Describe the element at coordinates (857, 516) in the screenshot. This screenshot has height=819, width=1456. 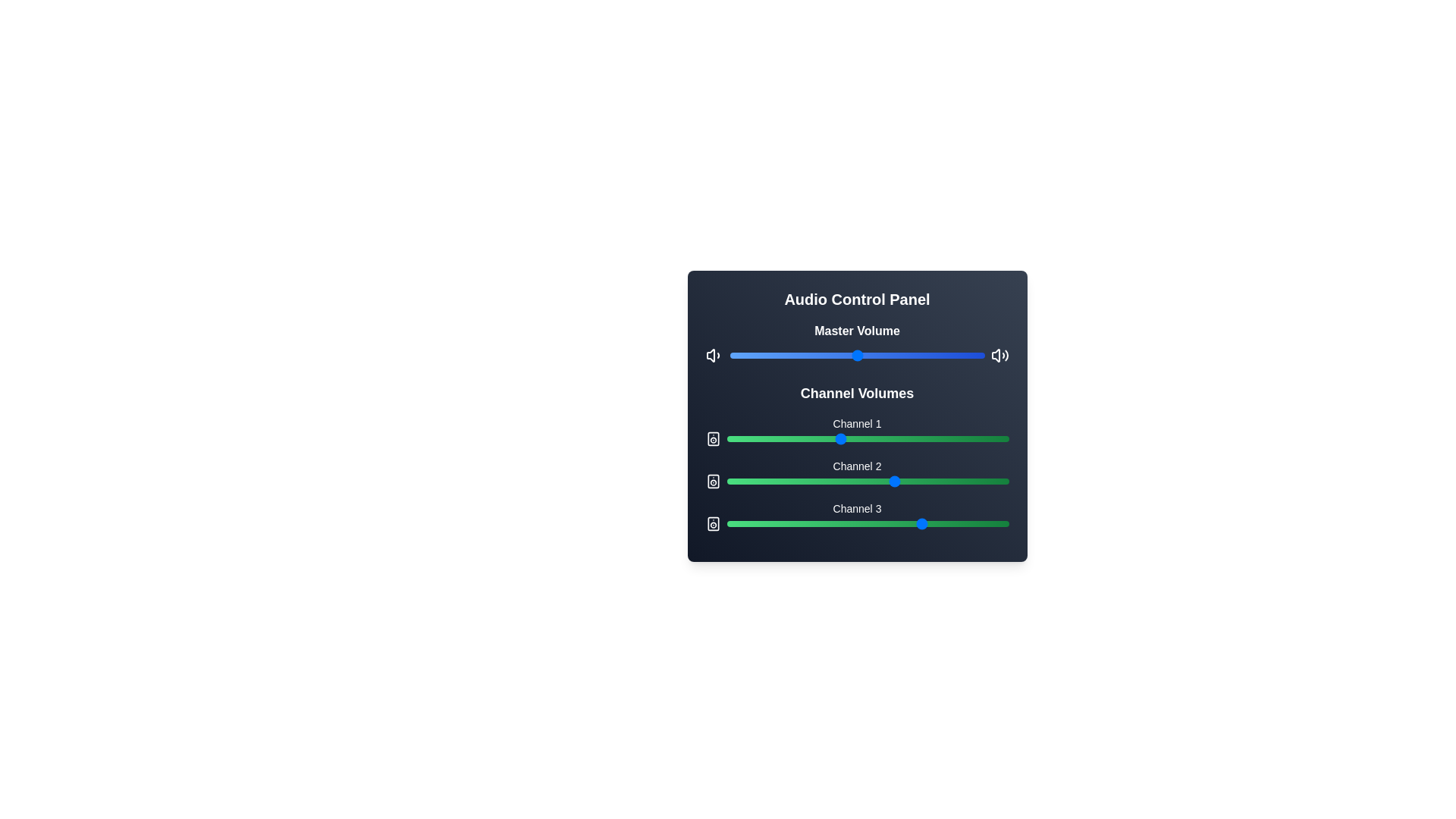
I see `the volume slider for 'Channel 3'` at that location.